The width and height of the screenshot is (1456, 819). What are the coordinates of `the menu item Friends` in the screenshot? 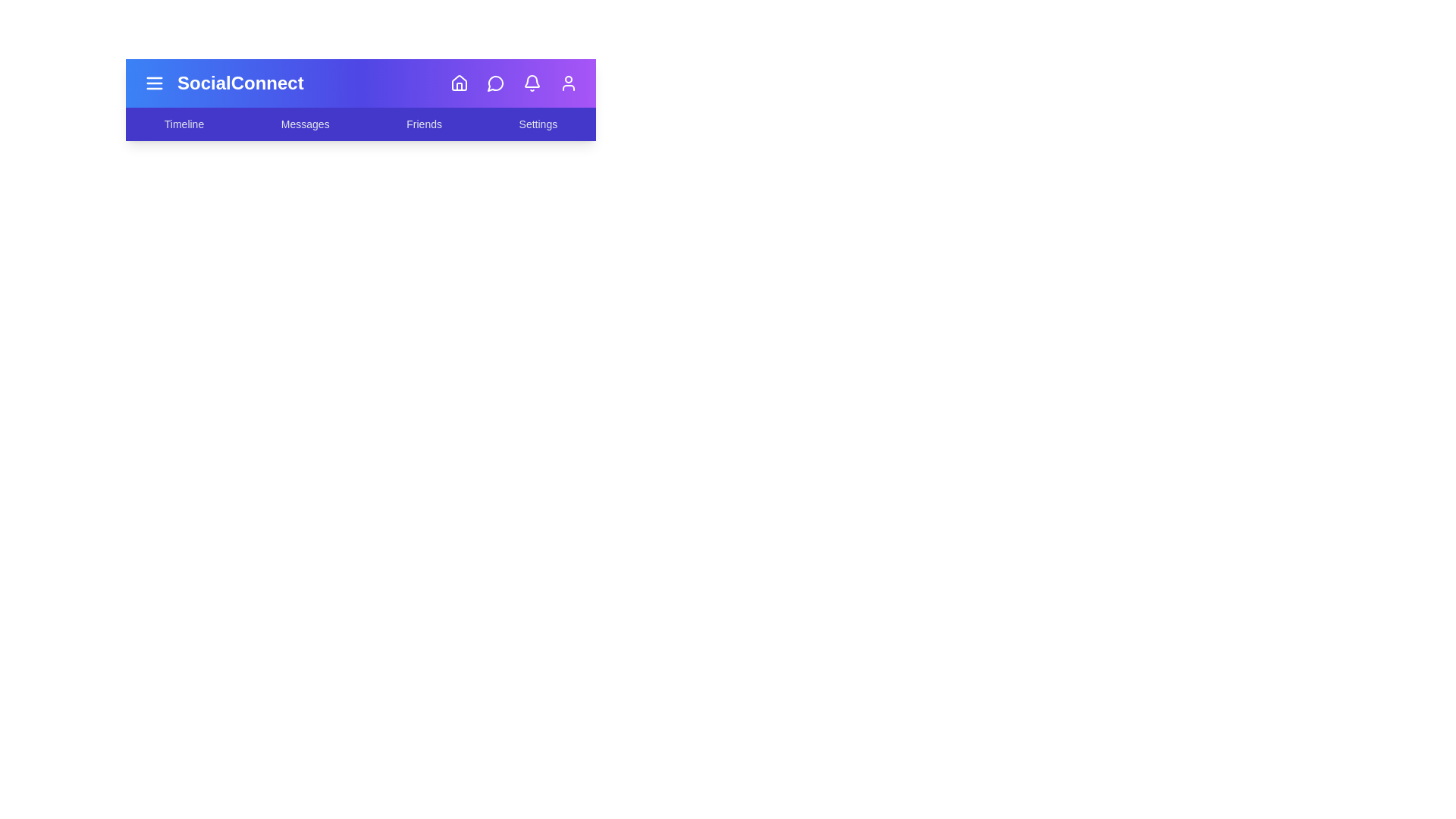 It's located at (424, 124).